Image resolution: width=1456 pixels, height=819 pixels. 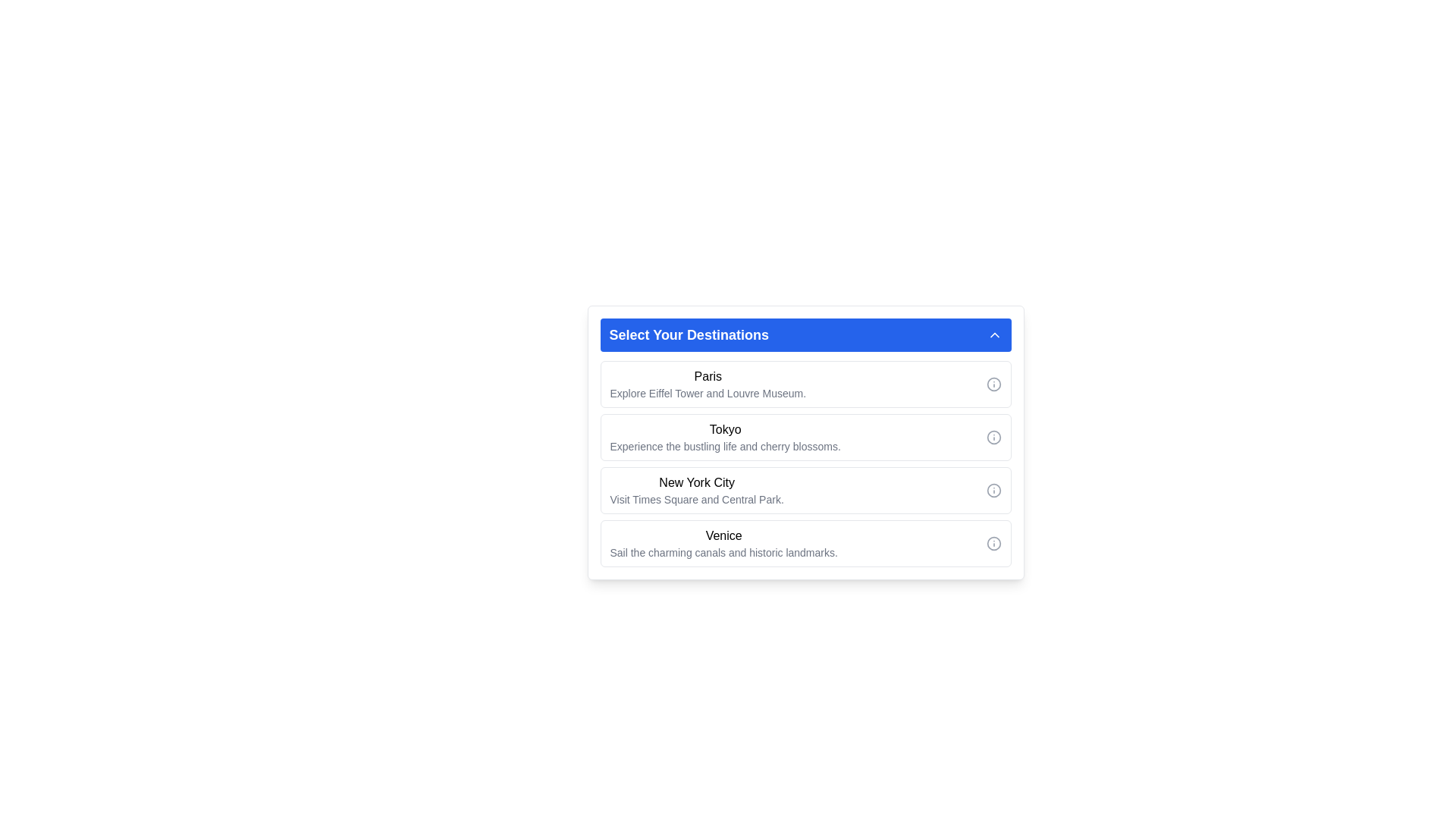 I want to click on the text snippet that reads 'Sail the charming canals and historic landmarks.' located below the title 'Venice', so click(x=723, y=553).